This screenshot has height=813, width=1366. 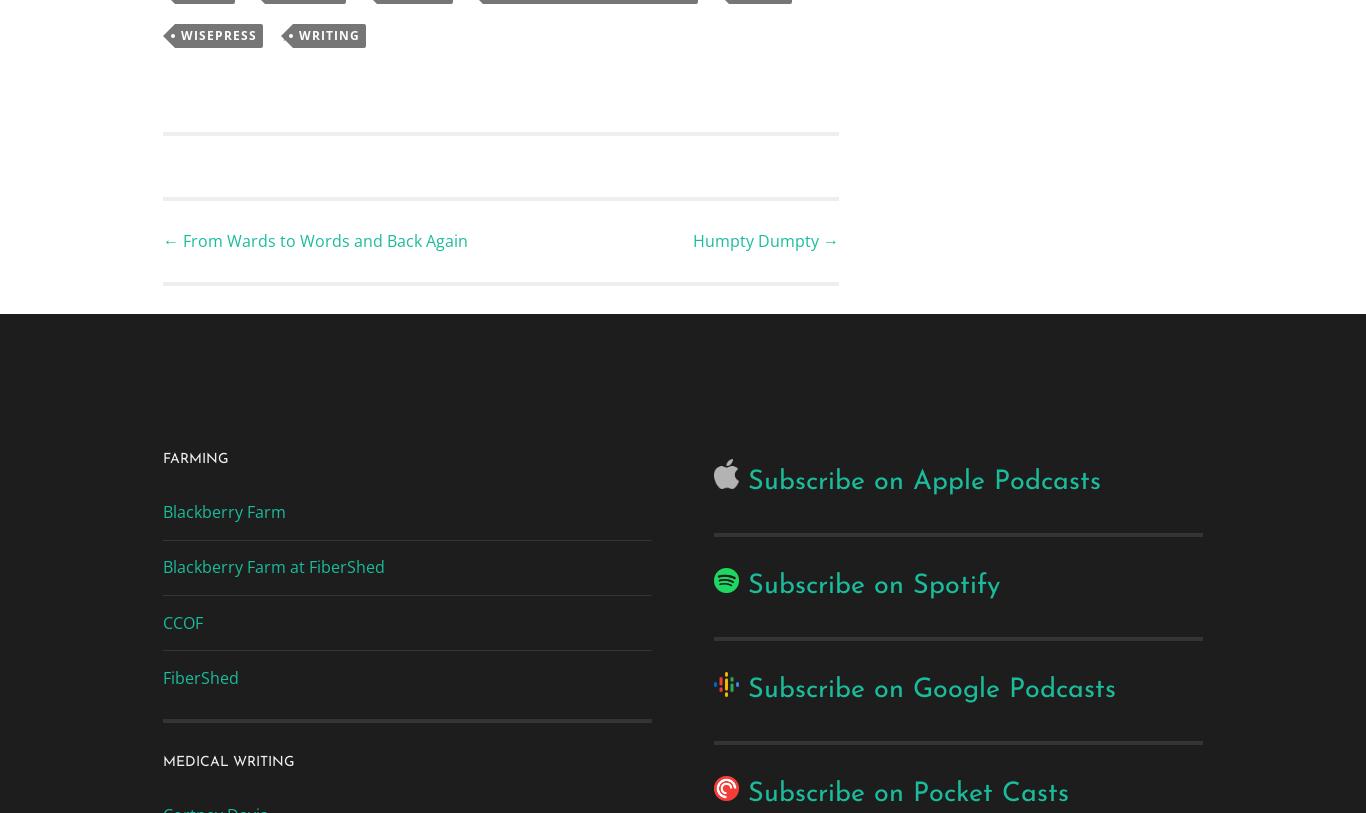 What do you see at coordinates (161, 761) in the screenshot?
I see `'Medical Writing'` at bounding box center [161, 761].